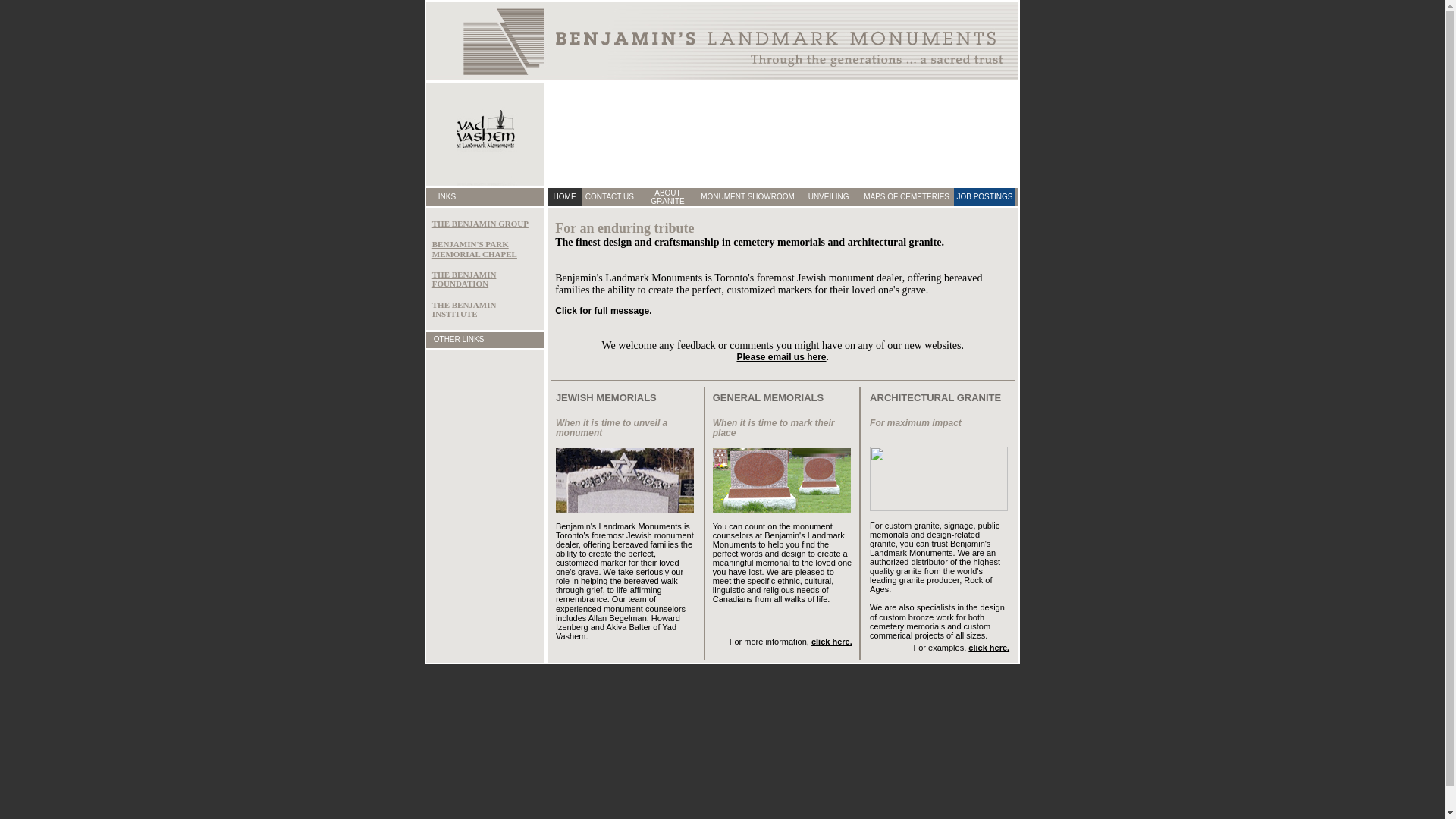  Describe the element at coordinates (984, 196) in the screenshot. I see `'JOB POSTINGS'` at that location.